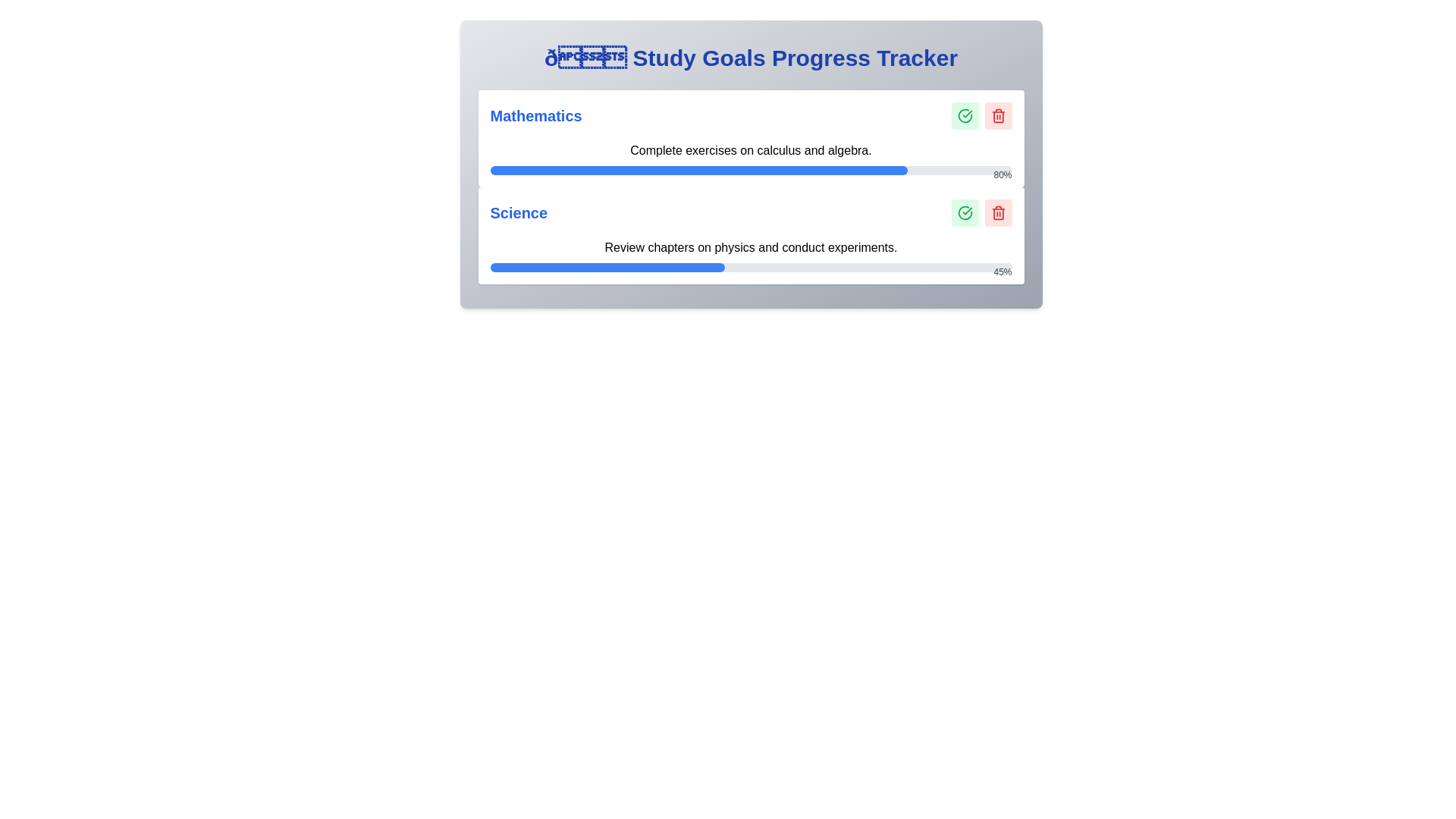 This screenshot has width=1456, height=819. I want to click on the 'delete' action button located in the upper-right section of the second card under the 'Science' goal to interact via keyboard shortcuts, so click(998, 213).